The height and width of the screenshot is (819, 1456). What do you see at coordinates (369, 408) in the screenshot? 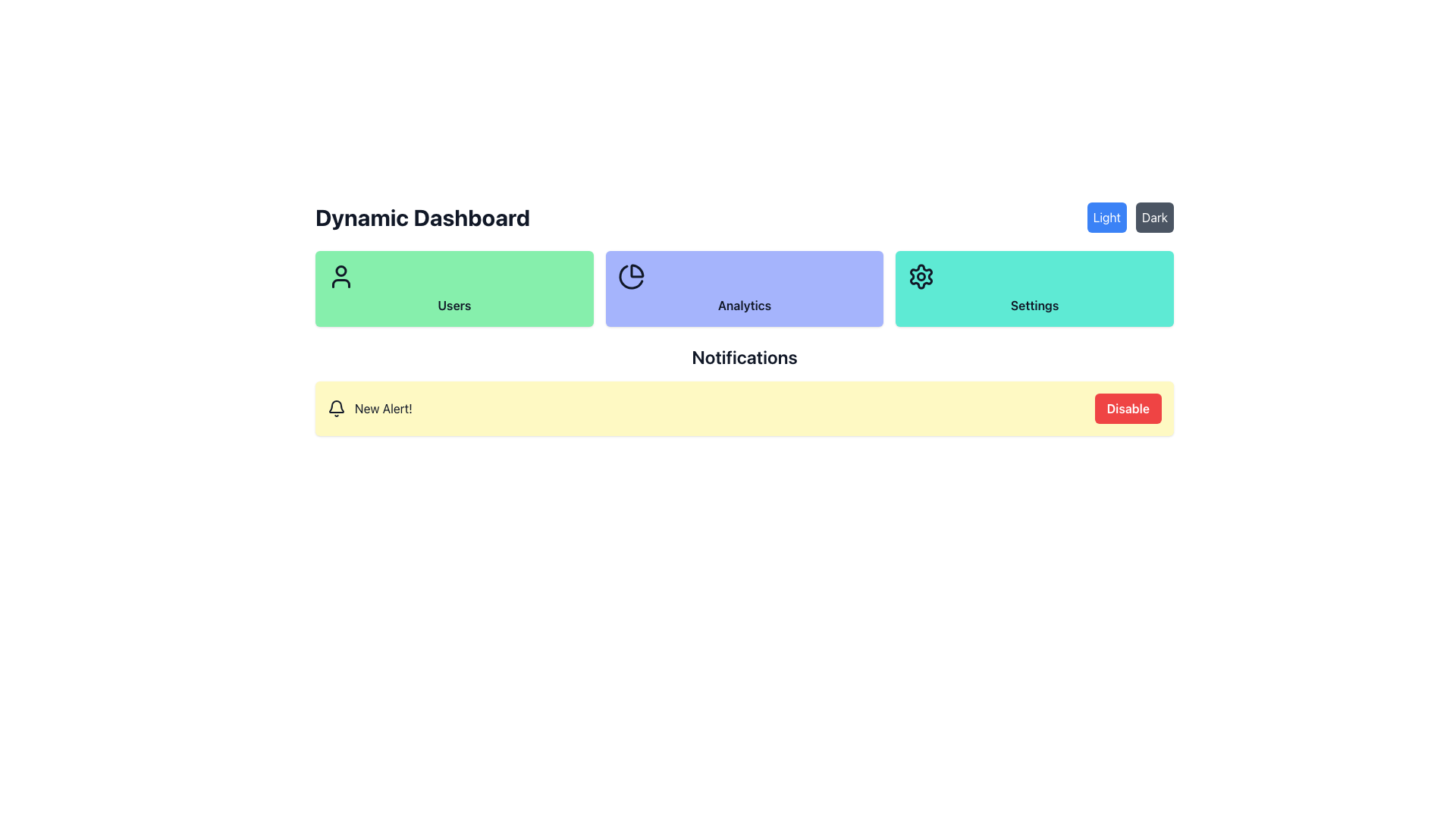
I see `the notification component that displays the text 'New Alert!' in bold black font, accompanied by a bell icon on its left side, set against a light yellow background` at bounding box center [369, 408].